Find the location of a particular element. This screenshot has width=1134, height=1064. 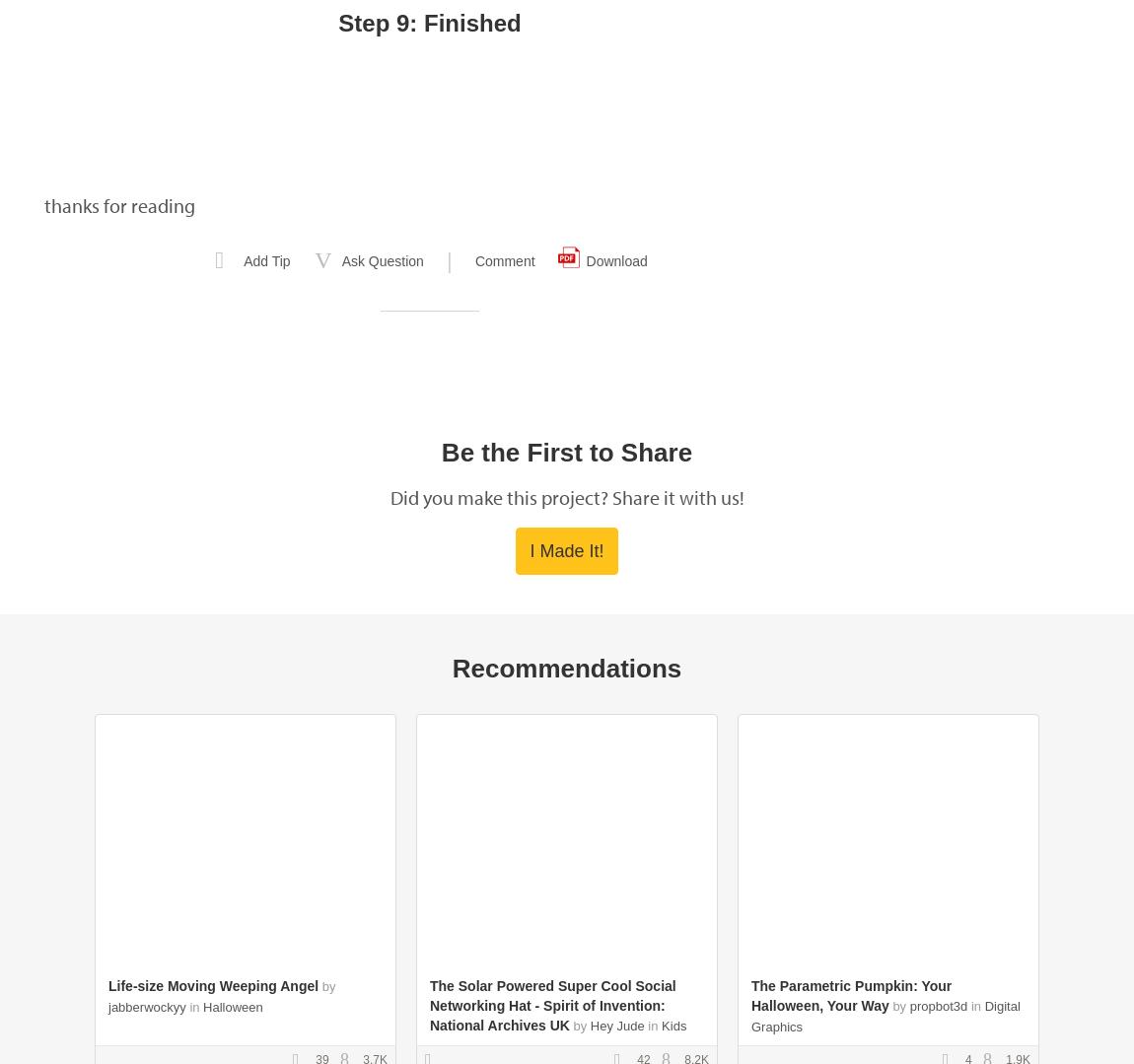

'Halloween' is located at coordinates (231, 1007).